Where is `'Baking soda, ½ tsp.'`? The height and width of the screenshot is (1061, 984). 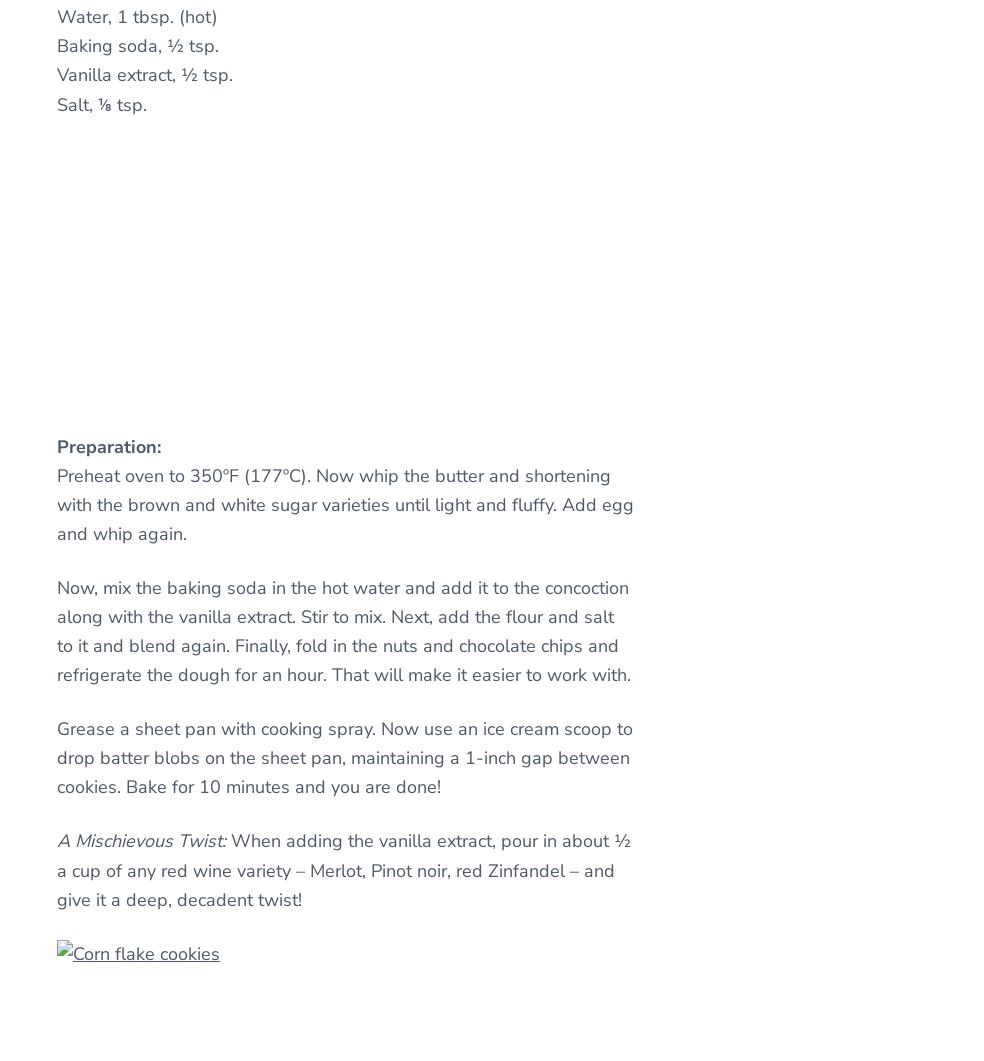 'Baking soda, ½ tsp.' is located at coordinates (137, 46).